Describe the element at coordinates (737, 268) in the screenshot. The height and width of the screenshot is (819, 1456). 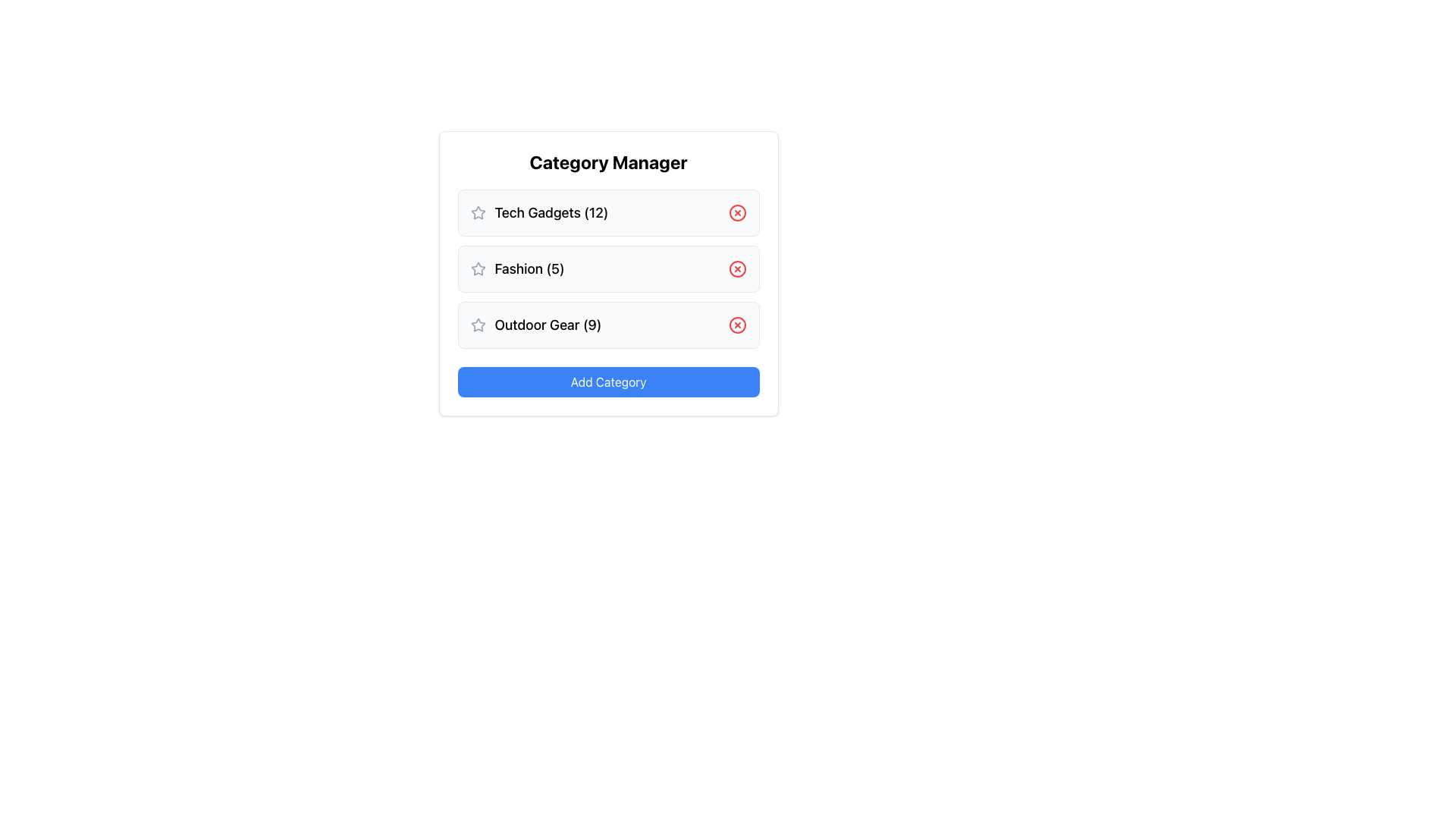
I see `the circular delete button located to the right of the text 'Fashion (5)'` at that location.